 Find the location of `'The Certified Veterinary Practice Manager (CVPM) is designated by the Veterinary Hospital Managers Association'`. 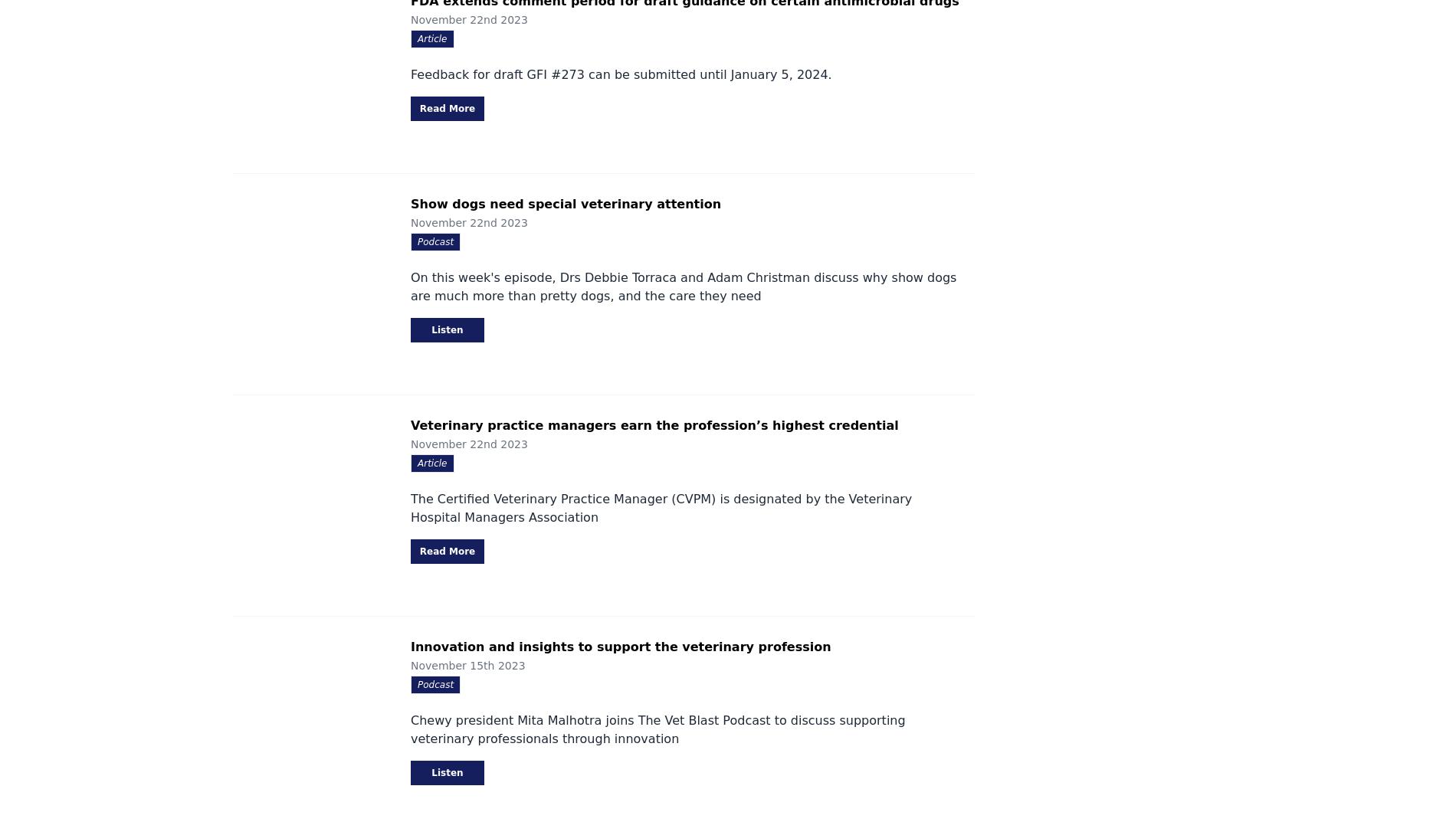

'The Certified Veterinary Practice Manager (CVPM) is designated by the Veterinary Hospital Managers Association' is located at coordinates (660, 508).